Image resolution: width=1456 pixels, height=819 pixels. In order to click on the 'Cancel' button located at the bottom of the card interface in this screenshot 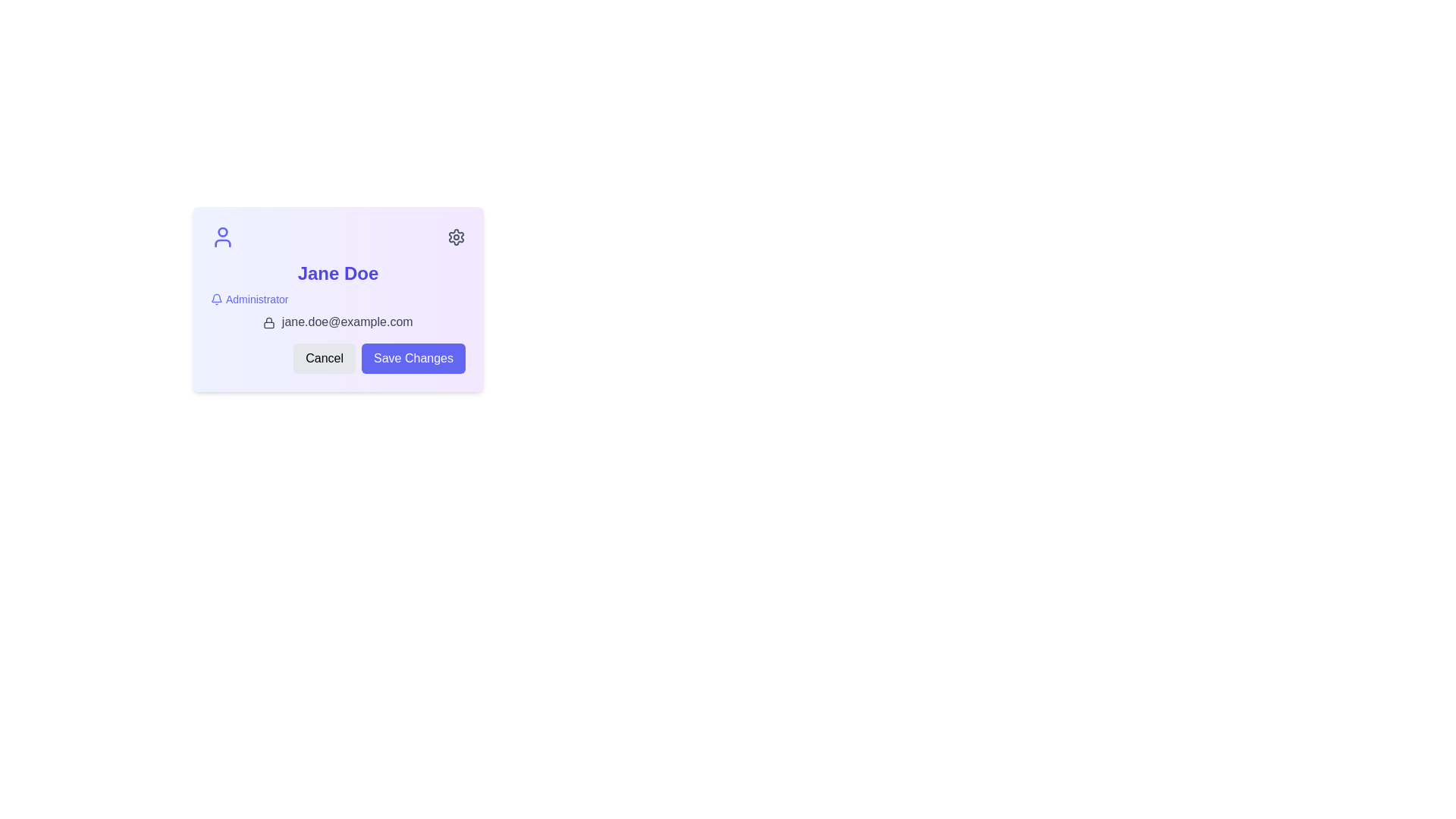, I will do `click(324, 359)`.